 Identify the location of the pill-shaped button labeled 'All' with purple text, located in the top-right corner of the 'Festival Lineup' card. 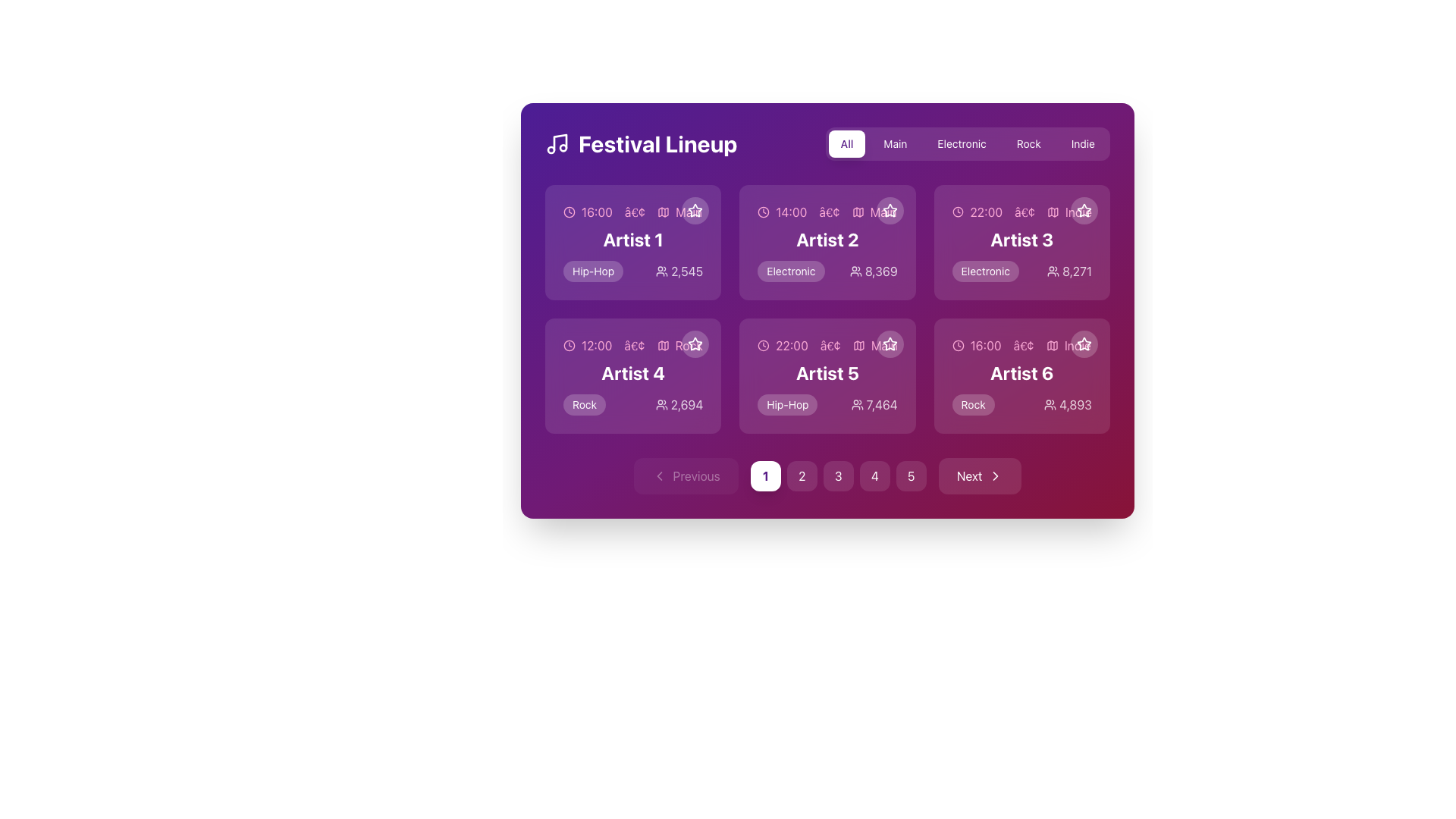
(846, 143).